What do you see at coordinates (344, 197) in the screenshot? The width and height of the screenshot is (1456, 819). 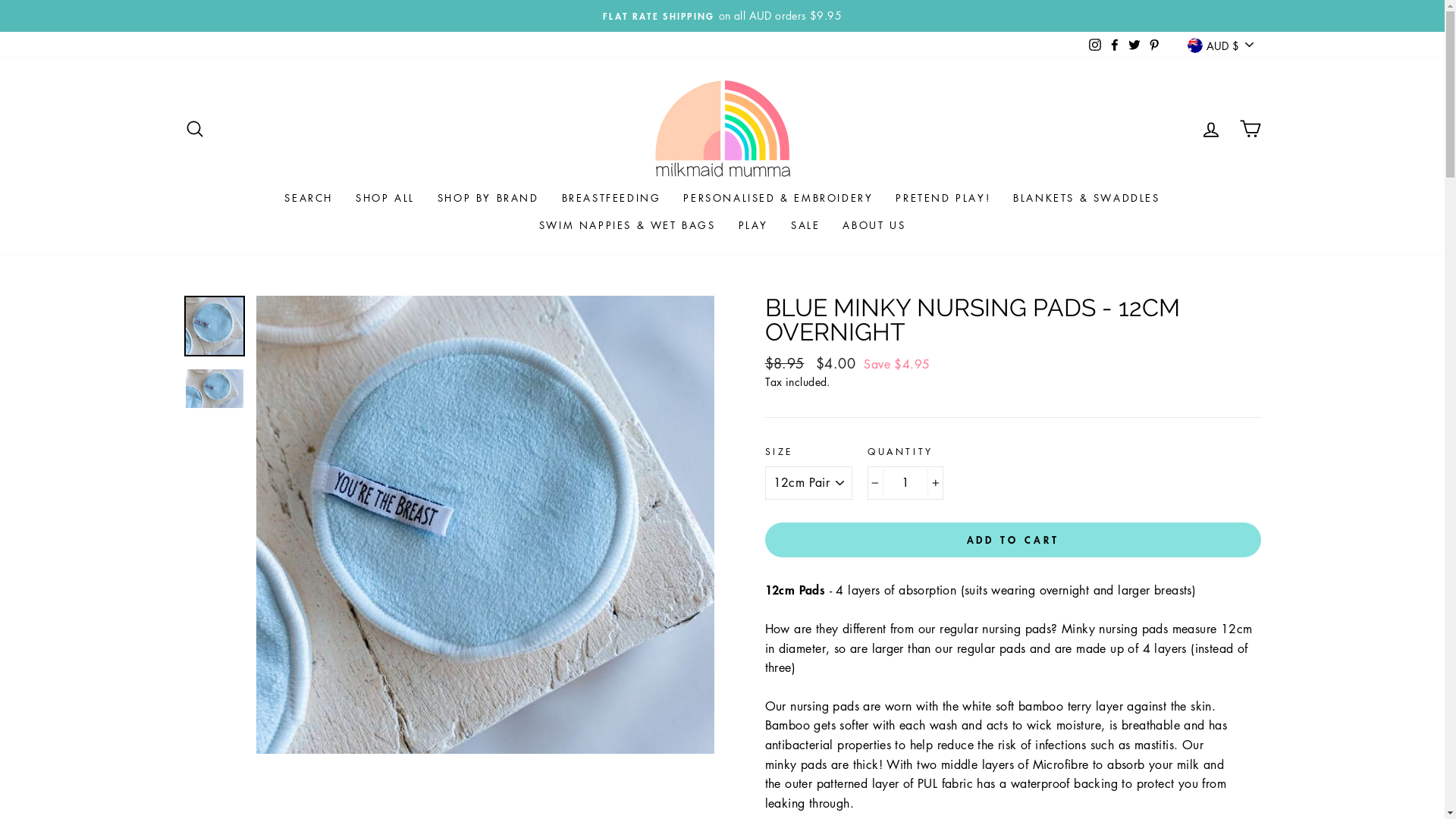 I see `'SHOP ALL'` at bounding box center [344, 197].